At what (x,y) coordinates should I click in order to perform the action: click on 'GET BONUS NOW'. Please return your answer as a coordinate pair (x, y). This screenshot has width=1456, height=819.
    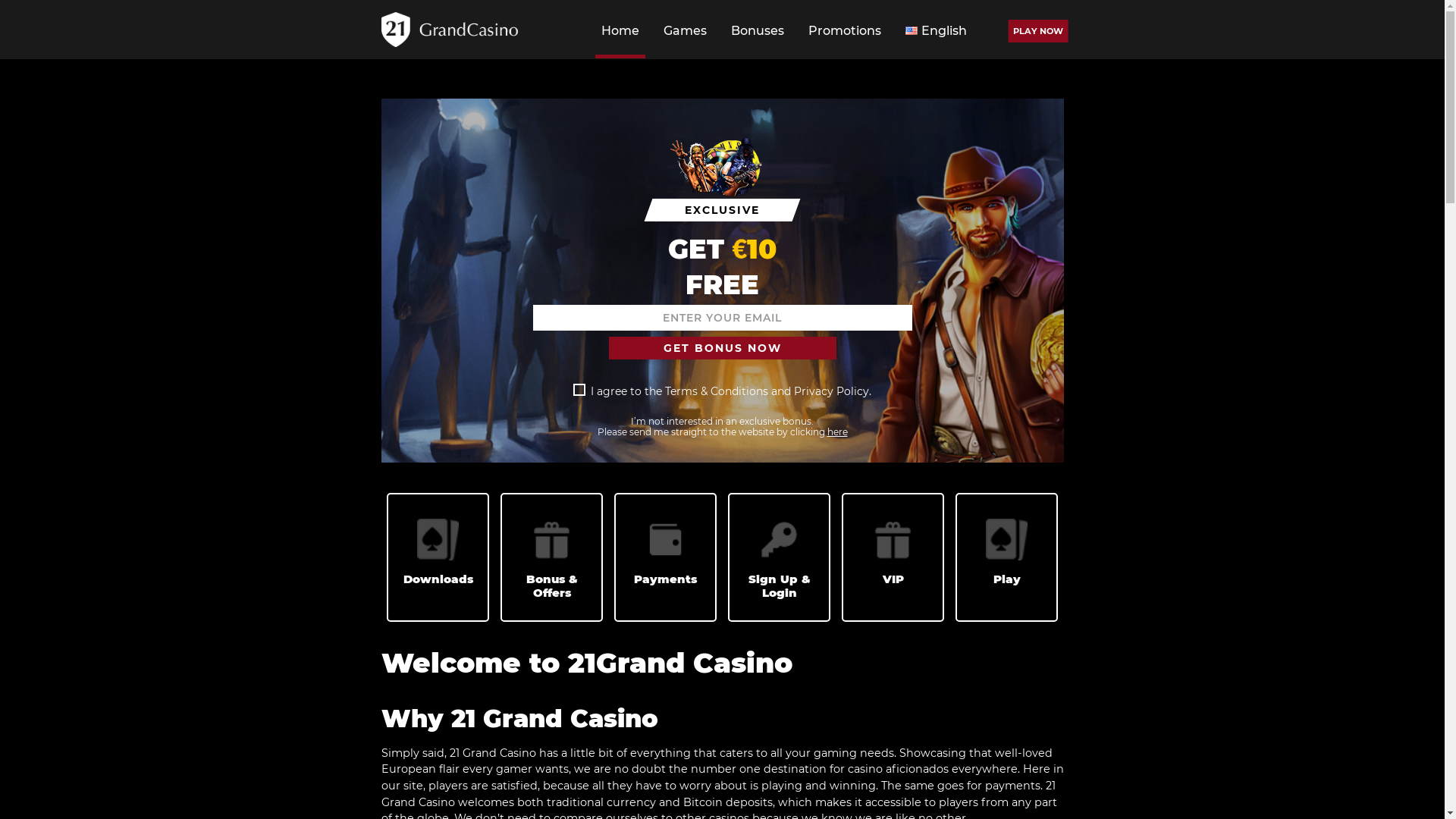
    Looking at the image, I should click on (720, 348).